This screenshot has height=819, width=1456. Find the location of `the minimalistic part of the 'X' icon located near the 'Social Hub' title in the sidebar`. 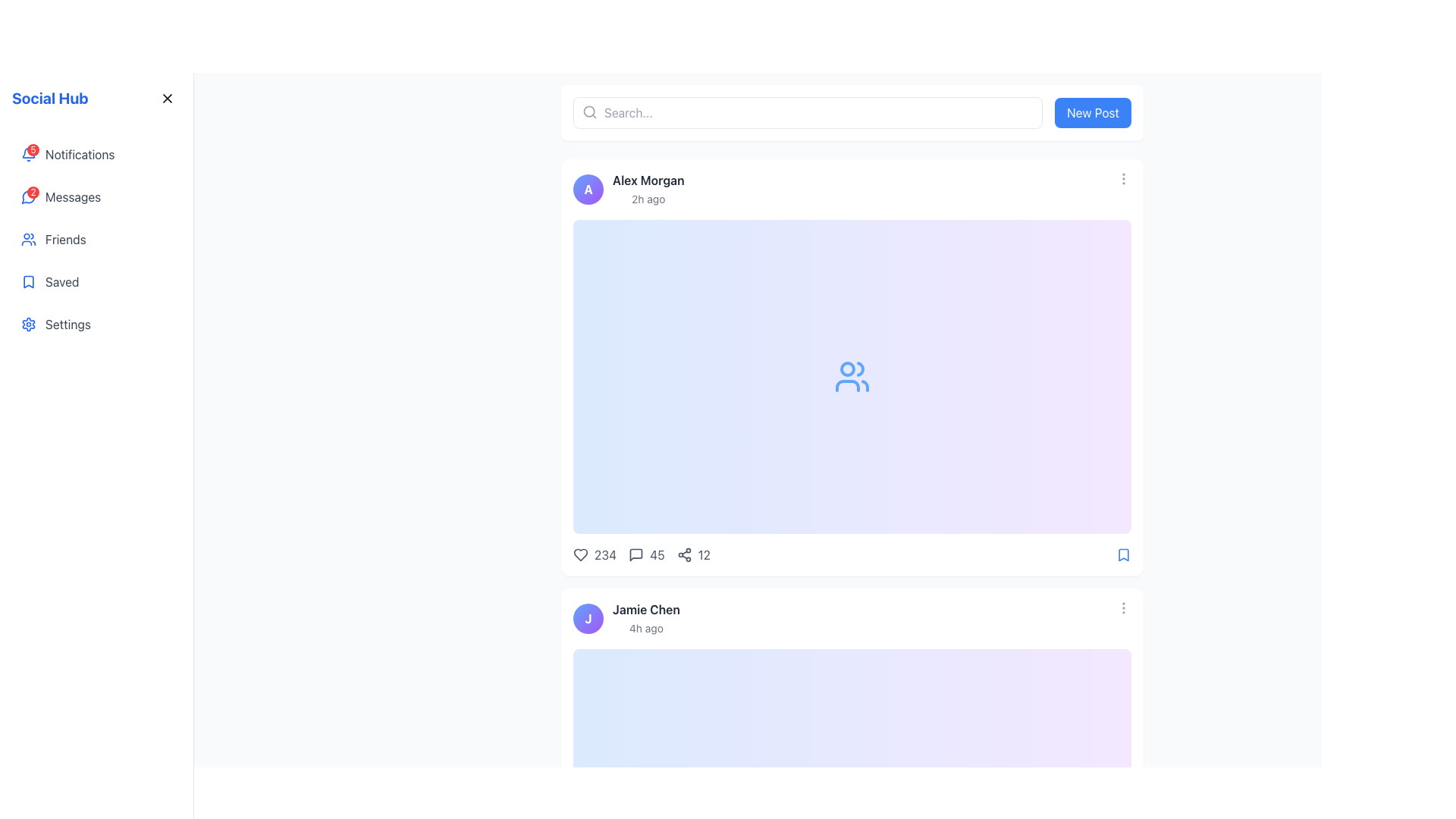

the minimalistic part of the 'X' icon located near the 'Social Hub' title in the sidebar is located at coordinates (167, 99).